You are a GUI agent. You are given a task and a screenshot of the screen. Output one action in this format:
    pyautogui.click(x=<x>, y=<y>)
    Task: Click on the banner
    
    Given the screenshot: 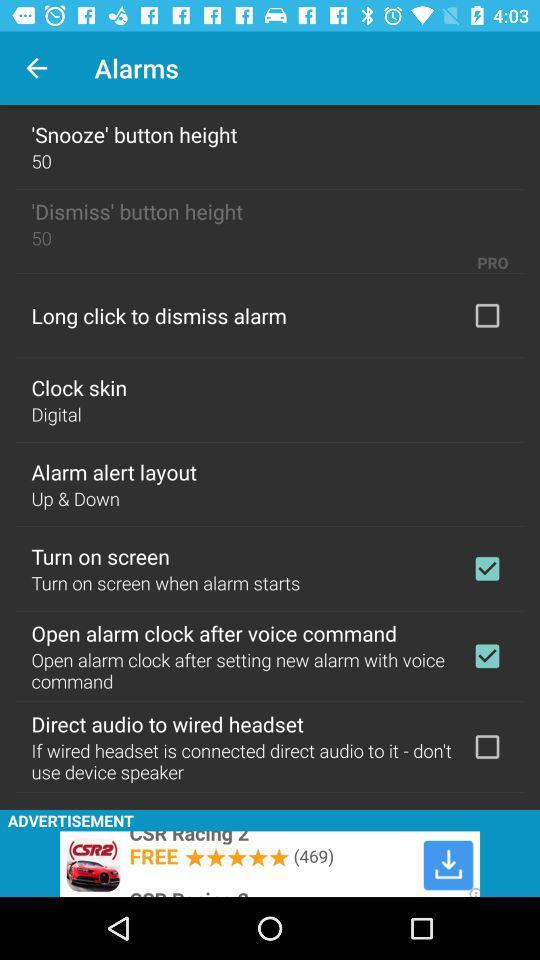 What is the action you would take?
    pyautogui.click(x=270, y=863)
    